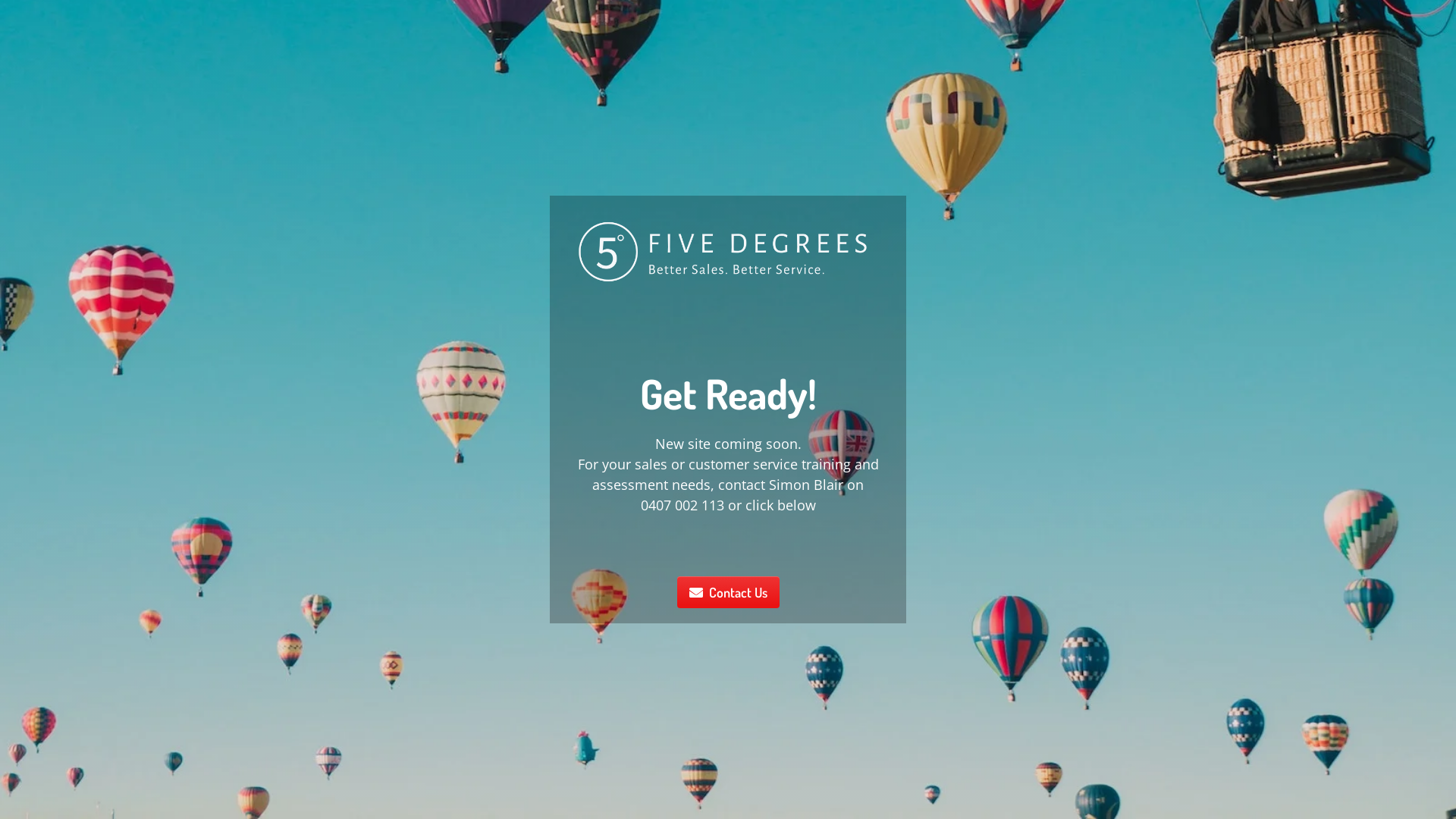 This screenshot has width=1456, height=819. Describe the element at coordinates (726, 591) in the screenshot. I see `'Contact Us'` at that location.